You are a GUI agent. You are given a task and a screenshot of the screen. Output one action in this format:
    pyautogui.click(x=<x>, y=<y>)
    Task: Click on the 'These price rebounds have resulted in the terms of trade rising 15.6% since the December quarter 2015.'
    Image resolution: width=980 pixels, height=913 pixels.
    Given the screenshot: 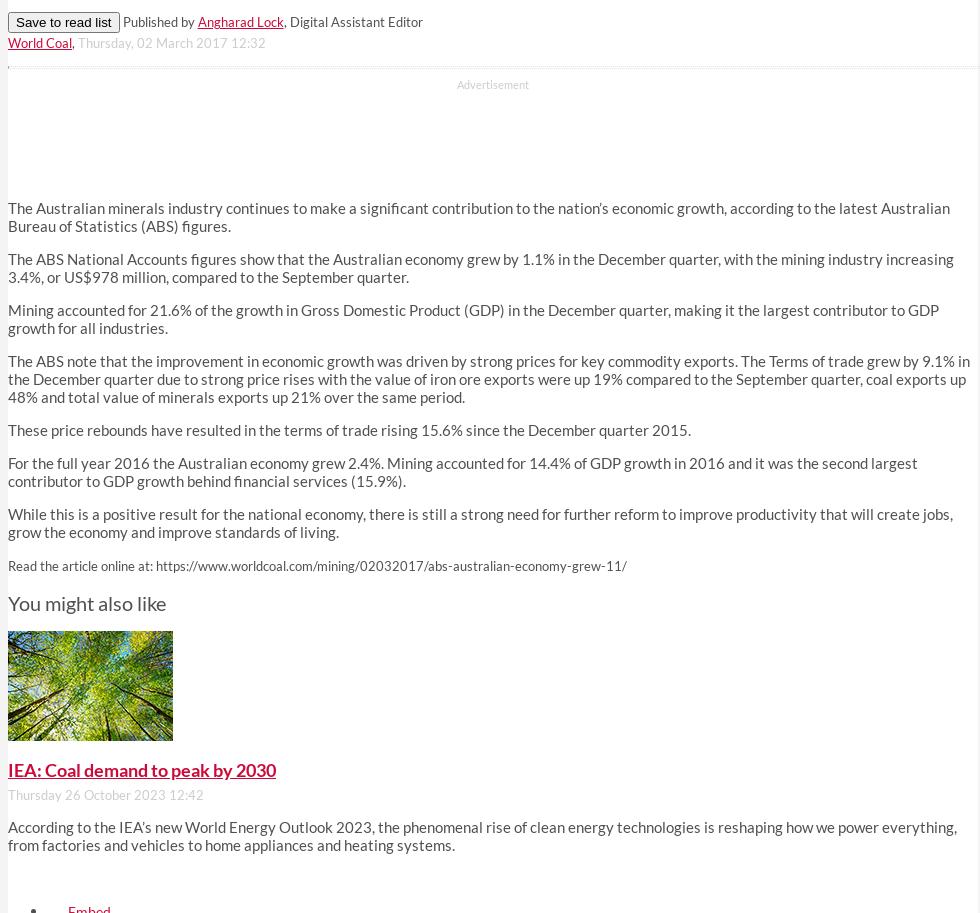 What is the action you would take?
    pyautogui.click(x=349, y=430)
    